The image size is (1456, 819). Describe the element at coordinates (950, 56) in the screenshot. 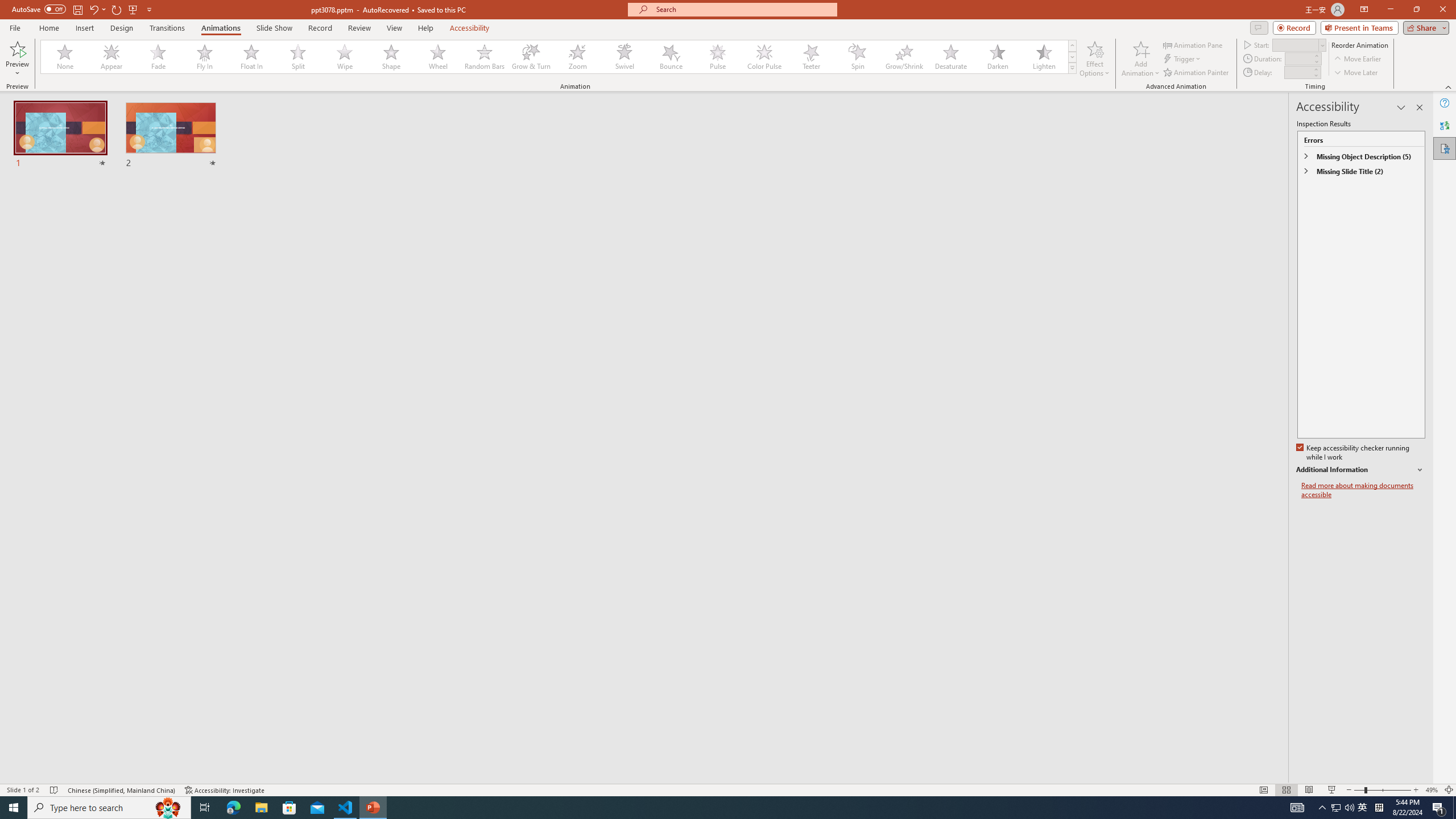

I see `'Desaturate'` at that location.